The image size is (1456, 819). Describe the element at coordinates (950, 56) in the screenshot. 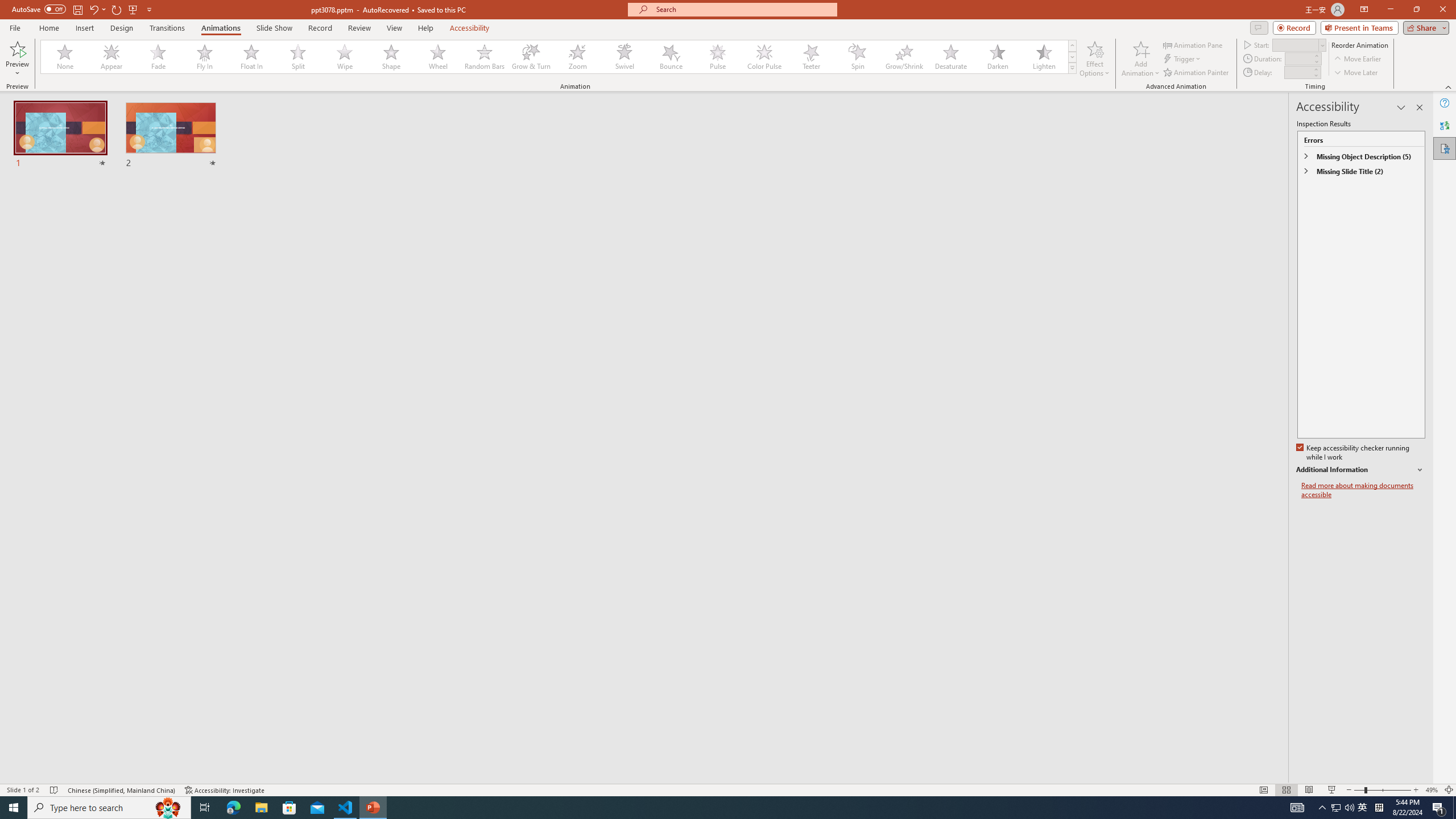

I see `'Desaturate'` at that location.